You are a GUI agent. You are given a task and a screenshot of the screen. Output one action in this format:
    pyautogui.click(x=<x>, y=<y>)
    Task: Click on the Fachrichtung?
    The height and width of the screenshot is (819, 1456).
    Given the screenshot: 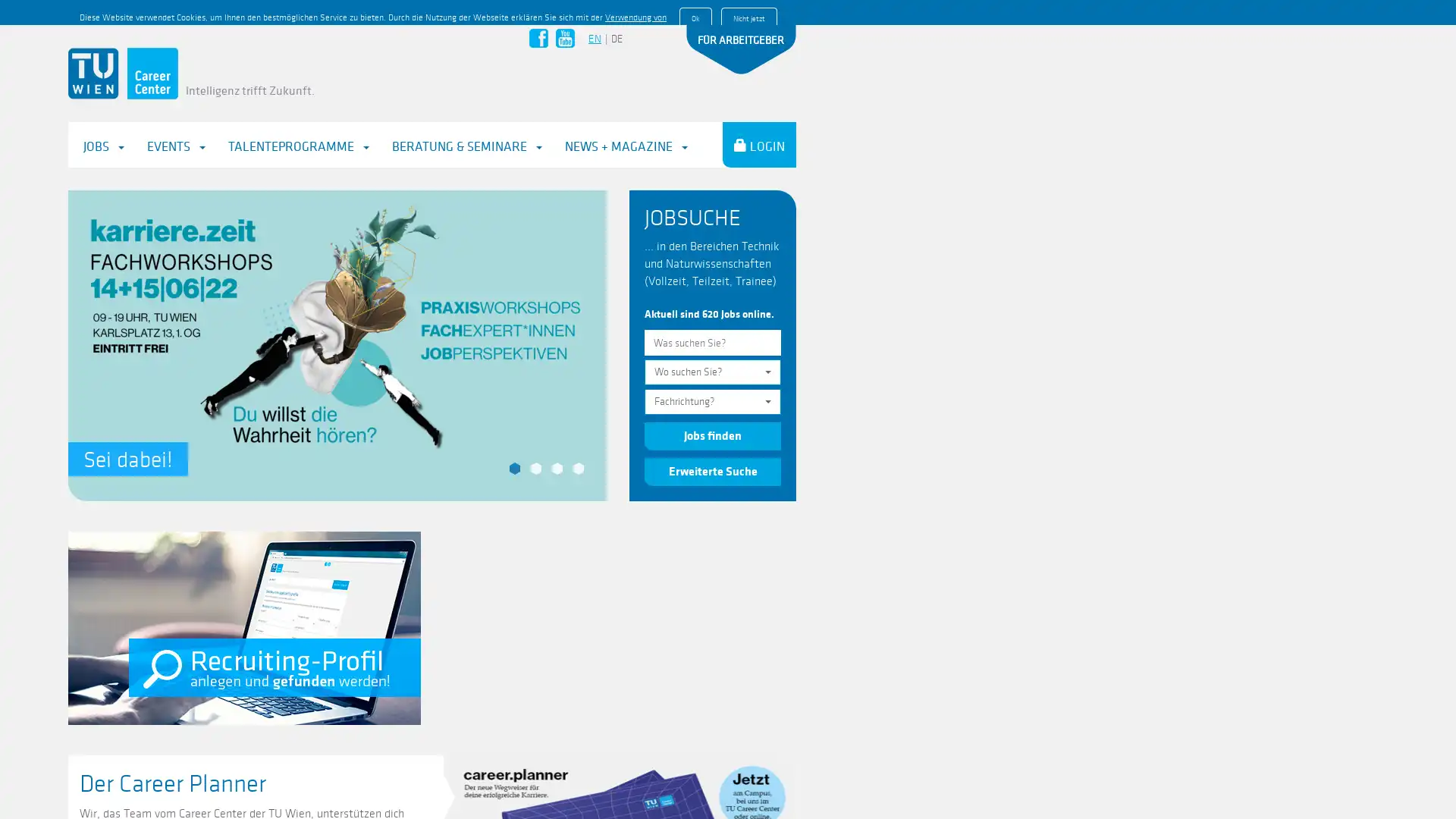 What is the action you would take?
    pyautogui.click(x=712, y=376)
    